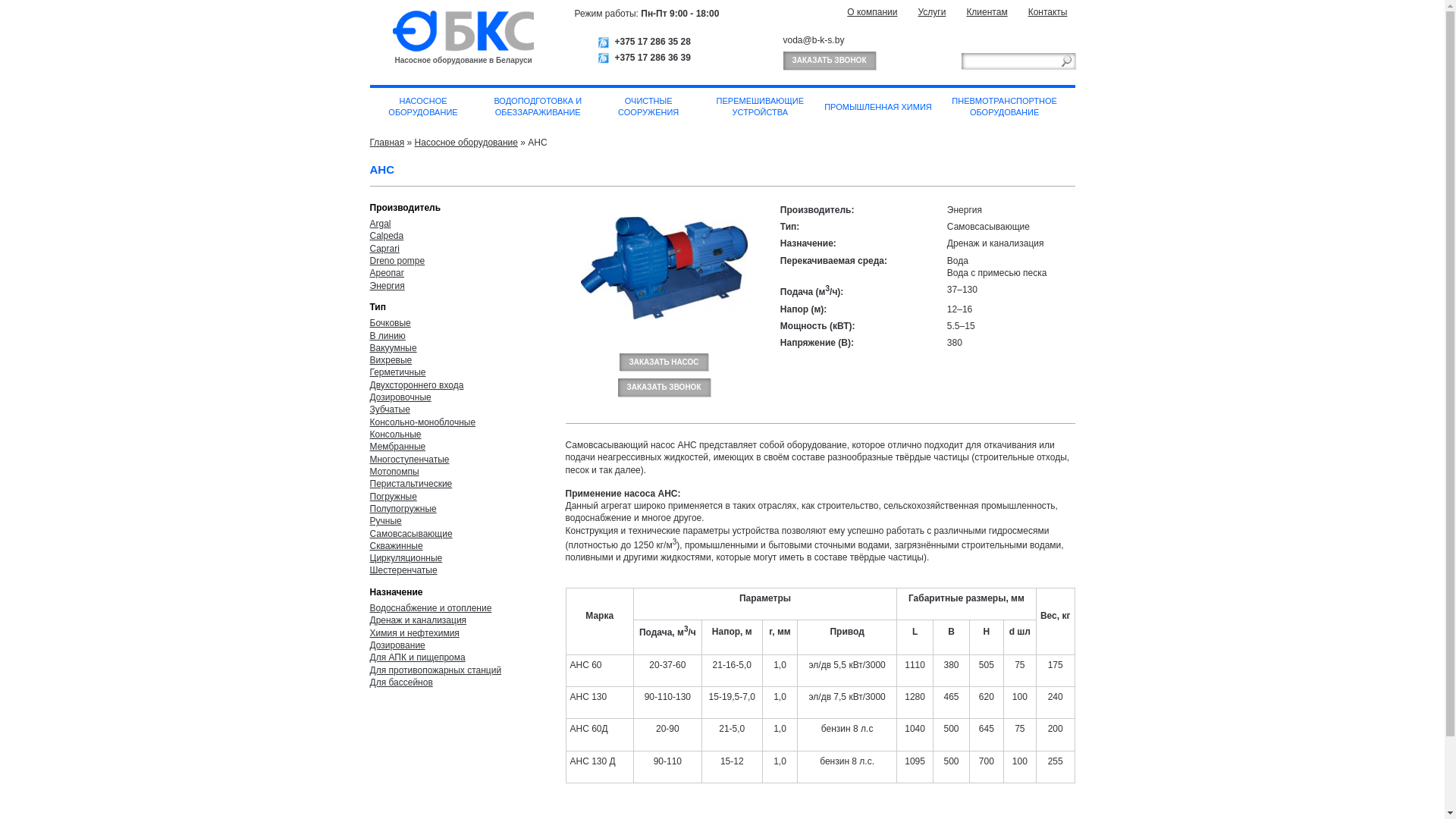 The height and width of the screenshot is (819, 1456). What do you see at coordinates (387, 236) in the screenshot?
I see `'Calpeda'` at bounding box center [387, 236].